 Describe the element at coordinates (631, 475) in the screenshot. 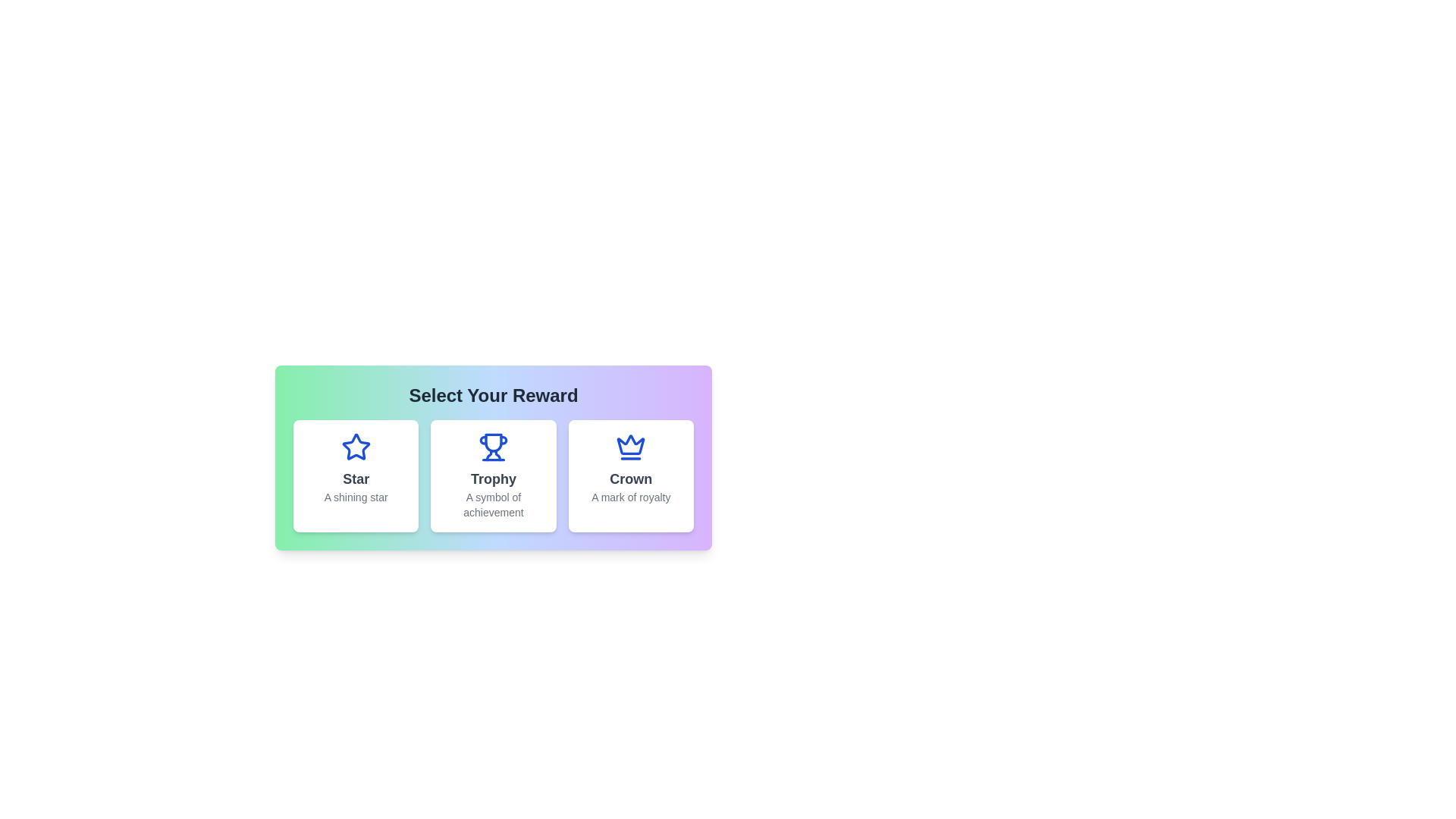

I see `the reward card labeled 'Crown' to view its hover effect` at that location.